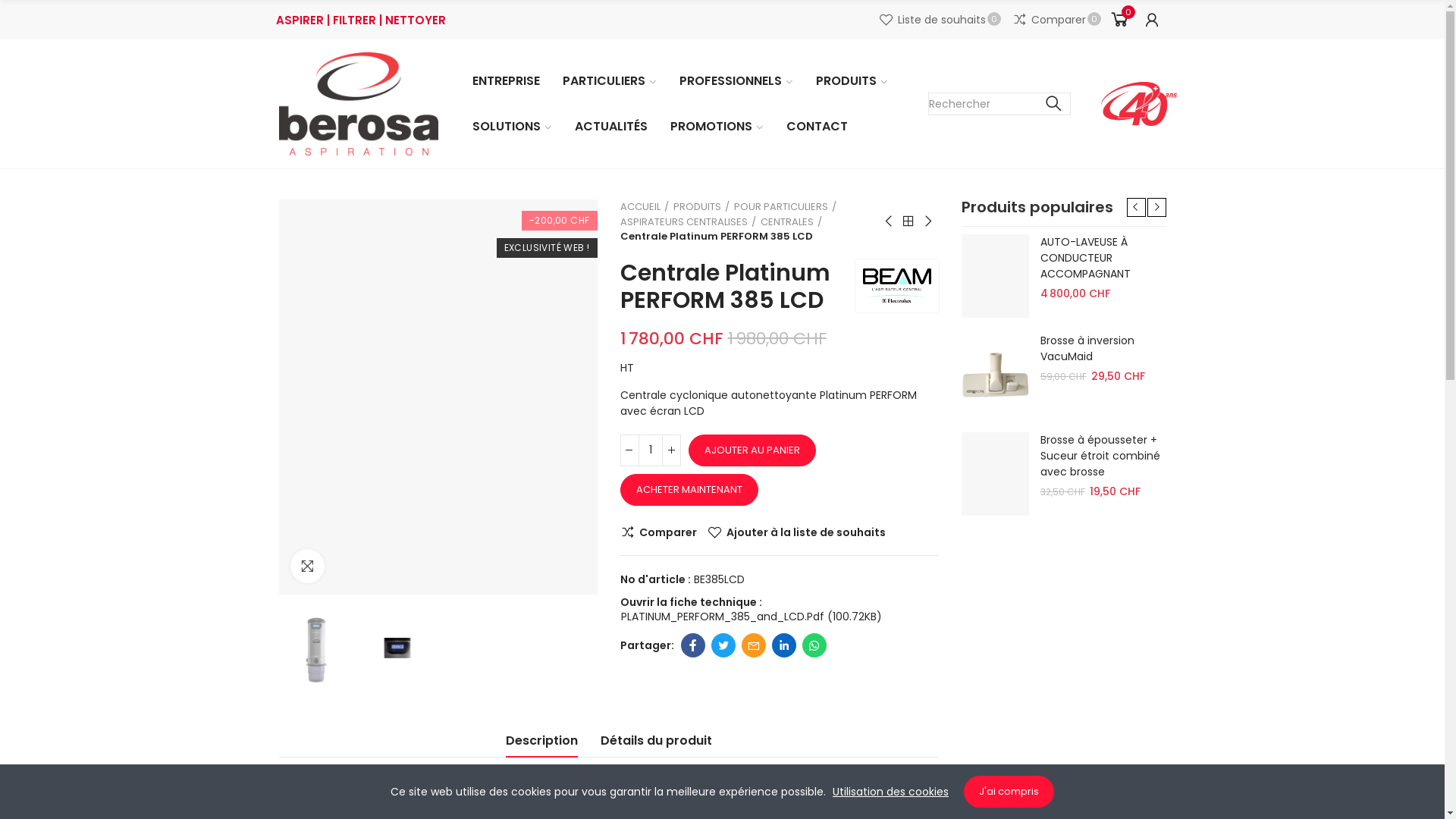 This screenshot has width=1456, height=819. What do you see at coordinates (752, 450) in the screenshot?
I see `'AJOUTER AU PANIER'` at bounding box center [752, 450].